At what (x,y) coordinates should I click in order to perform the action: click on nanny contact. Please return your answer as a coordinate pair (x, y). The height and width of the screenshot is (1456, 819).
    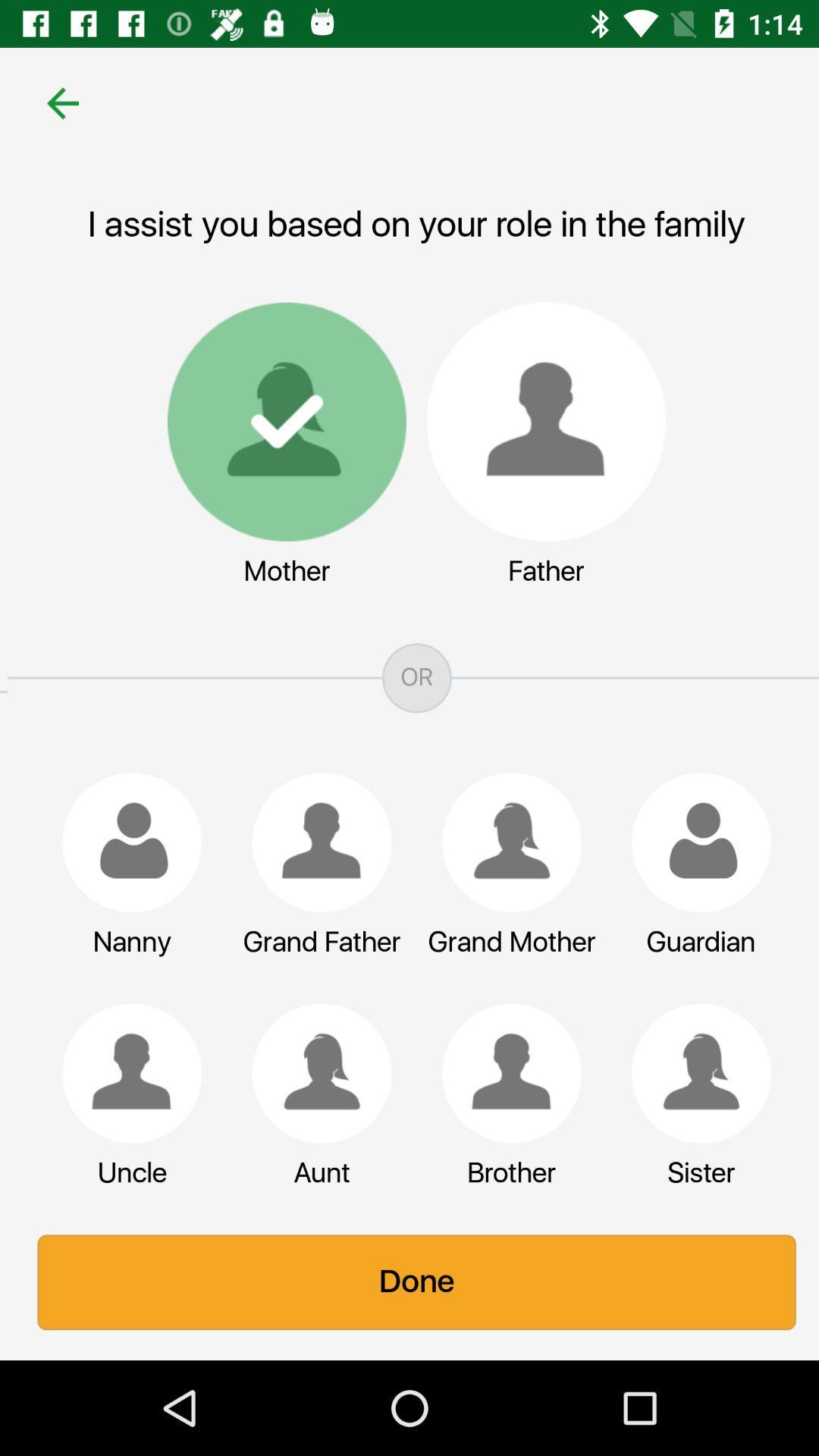
    Looking at the image, I should click on (124, 842).